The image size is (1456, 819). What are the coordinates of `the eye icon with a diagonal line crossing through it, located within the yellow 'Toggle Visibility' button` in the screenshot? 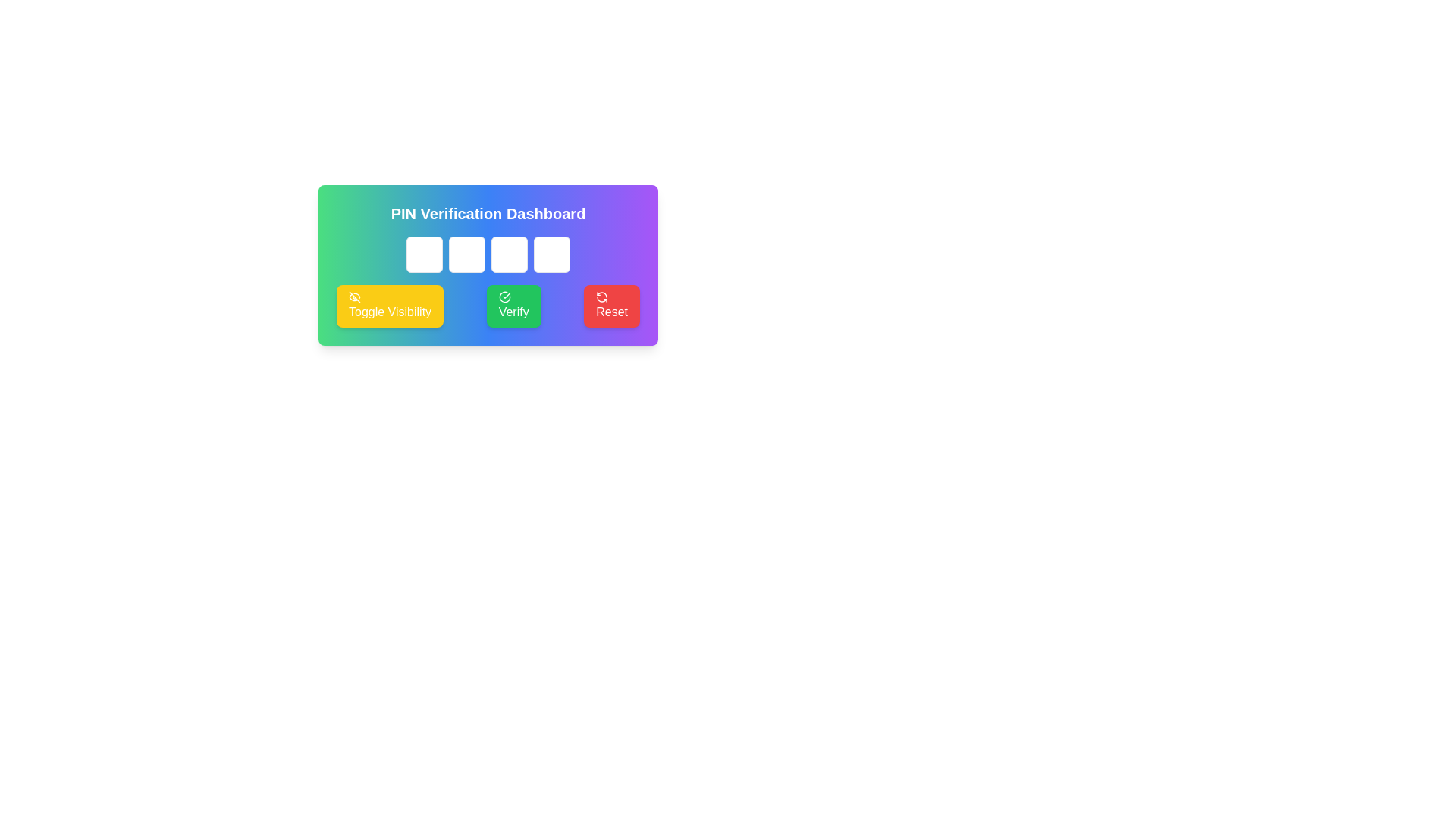 It's located at (353, 297).